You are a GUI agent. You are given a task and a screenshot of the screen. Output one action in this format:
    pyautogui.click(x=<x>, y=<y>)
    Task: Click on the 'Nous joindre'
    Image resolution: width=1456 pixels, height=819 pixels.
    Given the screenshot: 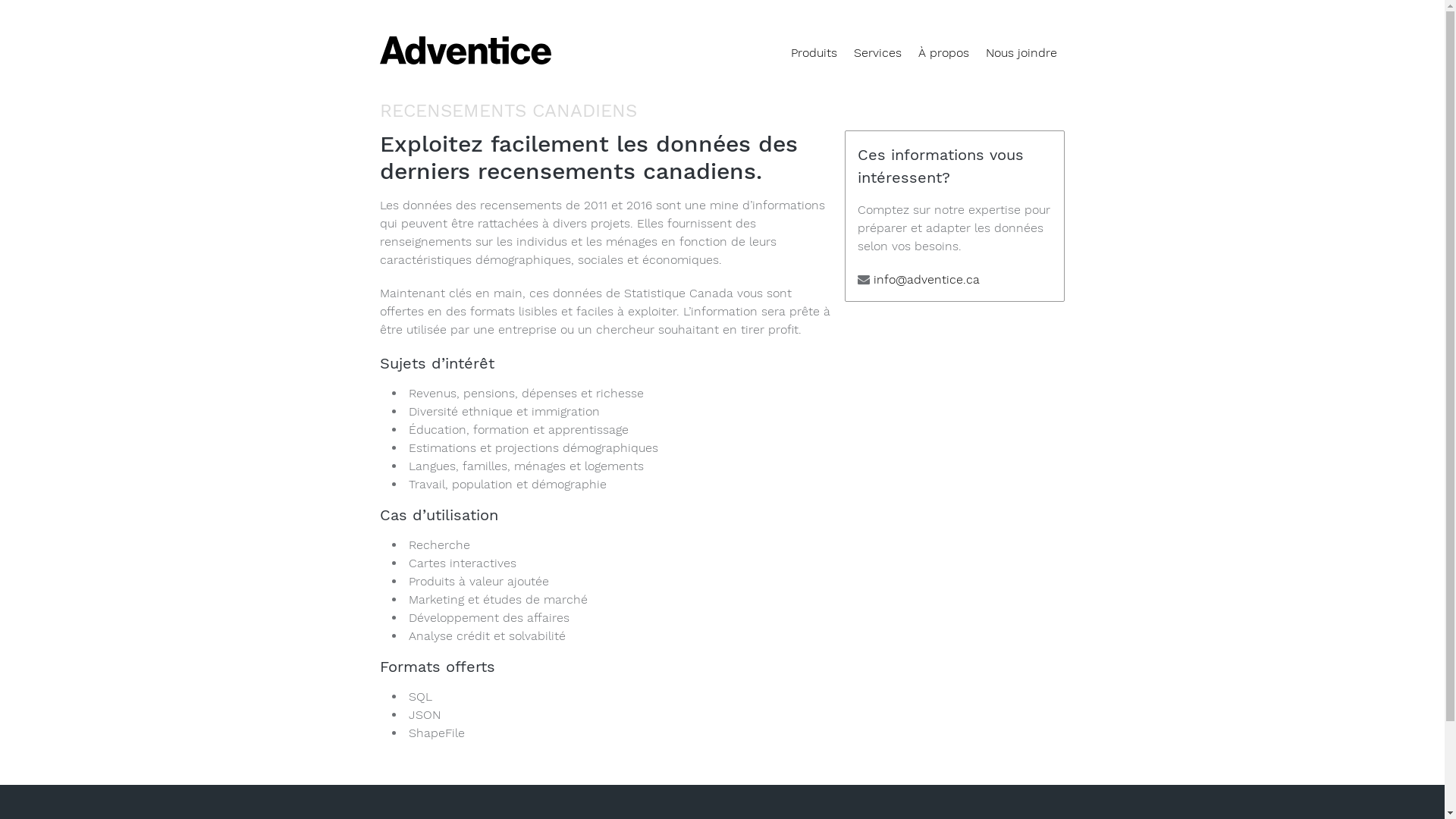 What is the action you would take?
    pyautogui.click(x=1020, y=52)
    